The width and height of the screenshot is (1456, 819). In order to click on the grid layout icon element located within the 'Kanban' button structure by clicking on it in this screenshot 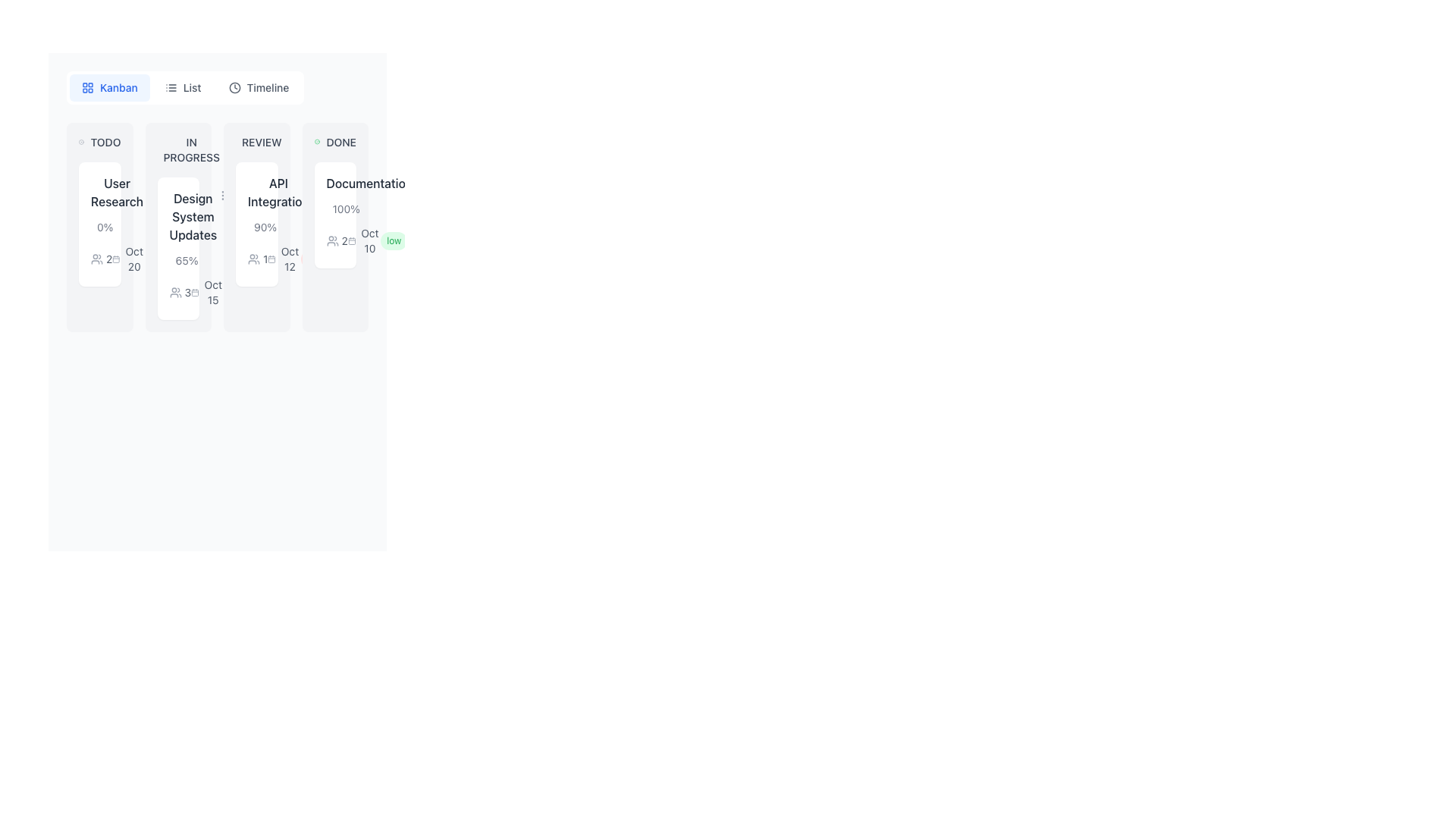, I will do `click(86, 87)`.